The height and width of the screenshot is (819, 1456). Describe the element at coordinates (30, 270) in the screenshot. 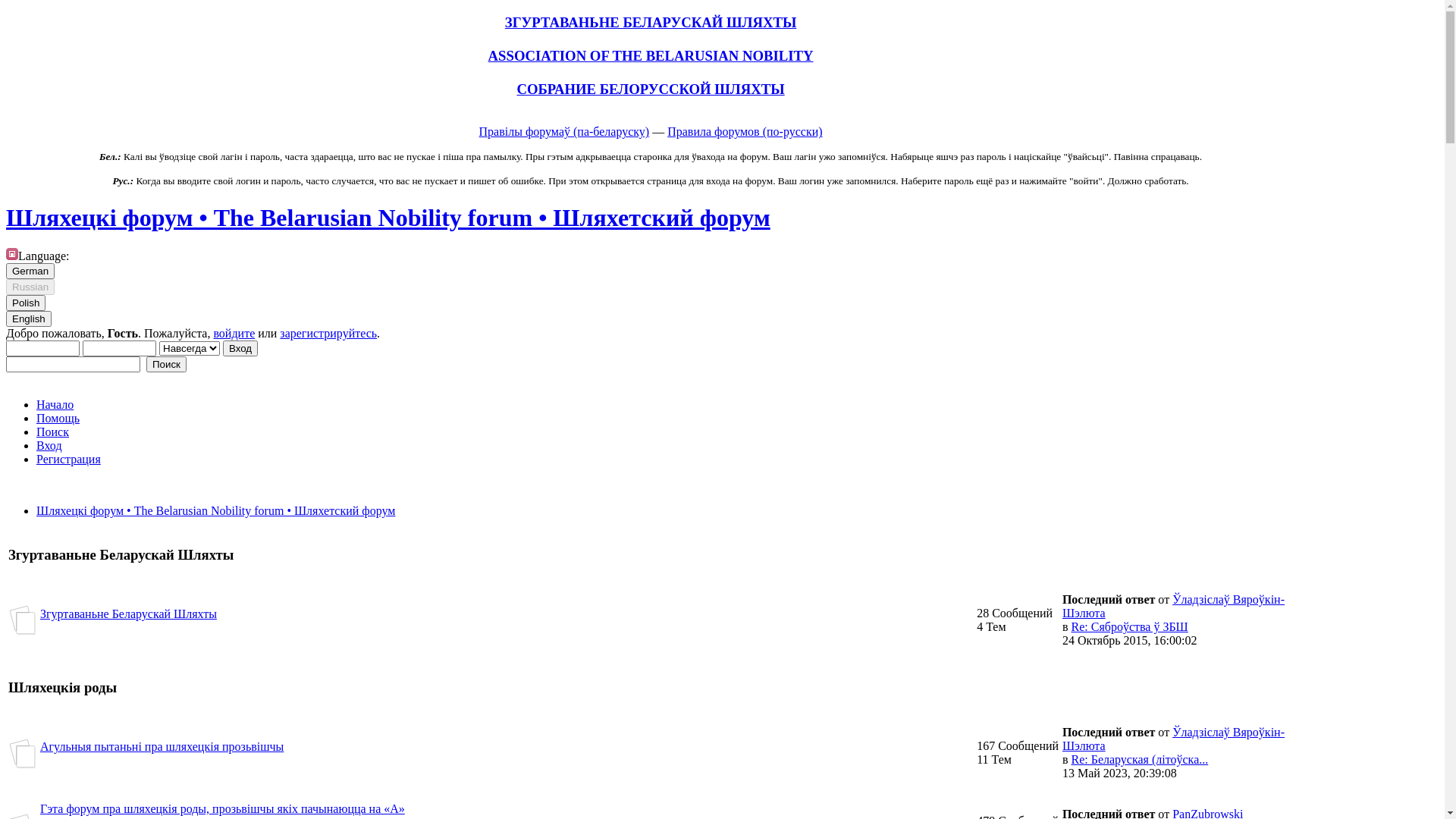

I see `'German'` at that location.